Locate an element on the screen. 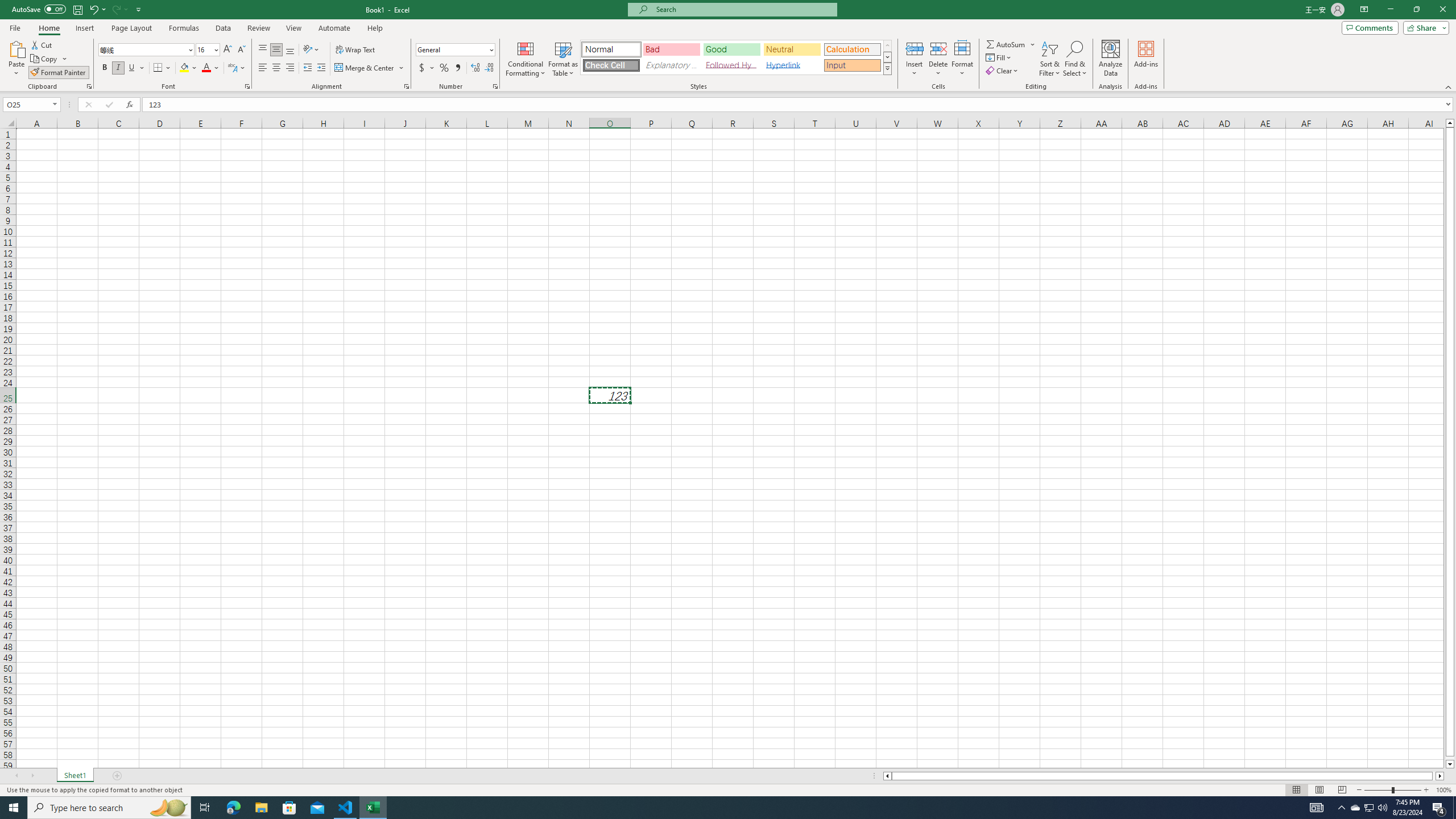  'Hyperlink' is located at coordinates (791, 65).